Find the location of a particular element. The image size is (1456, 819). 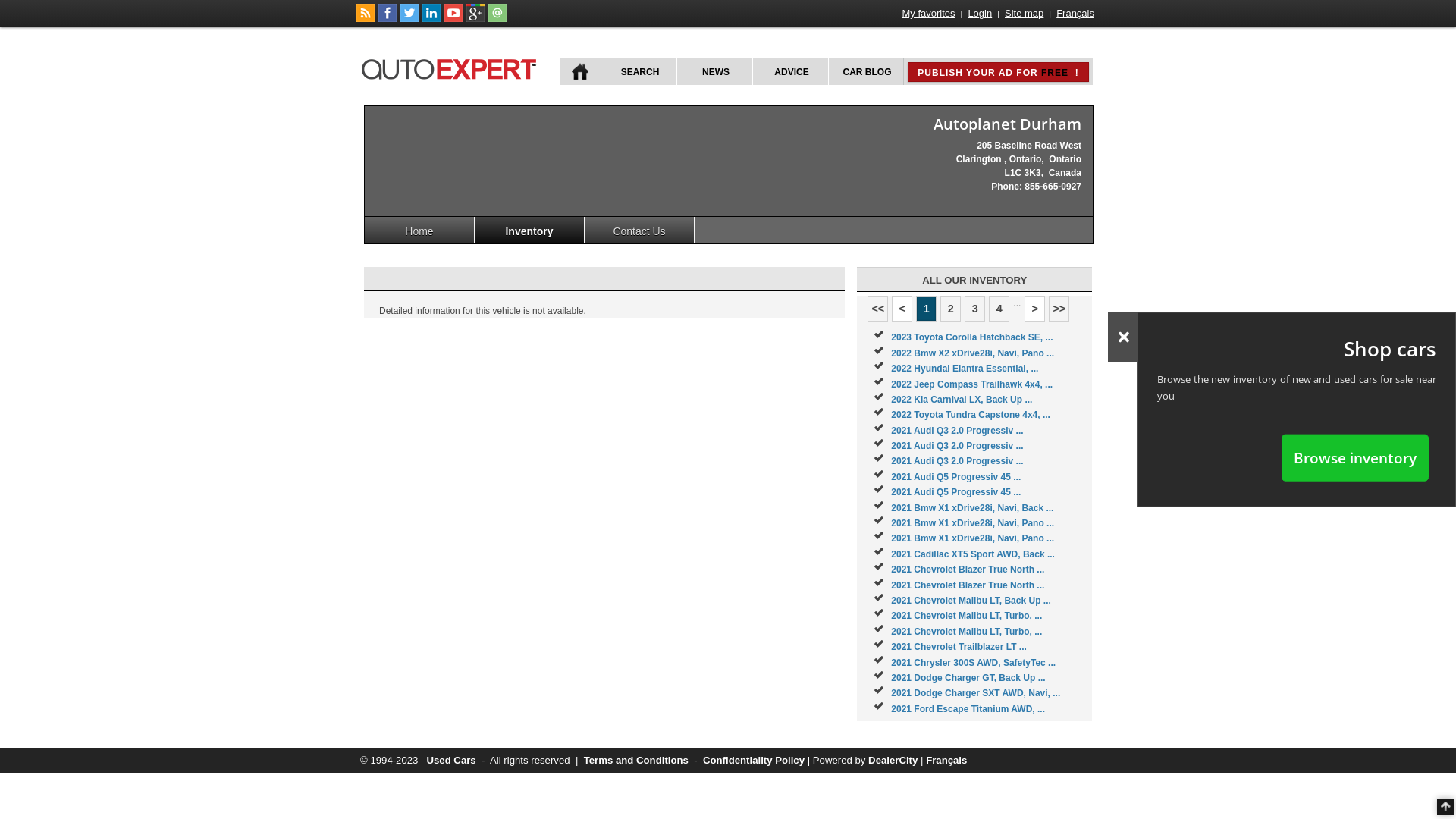

'Terms and Conditions' is located at coordinates (582, 760).